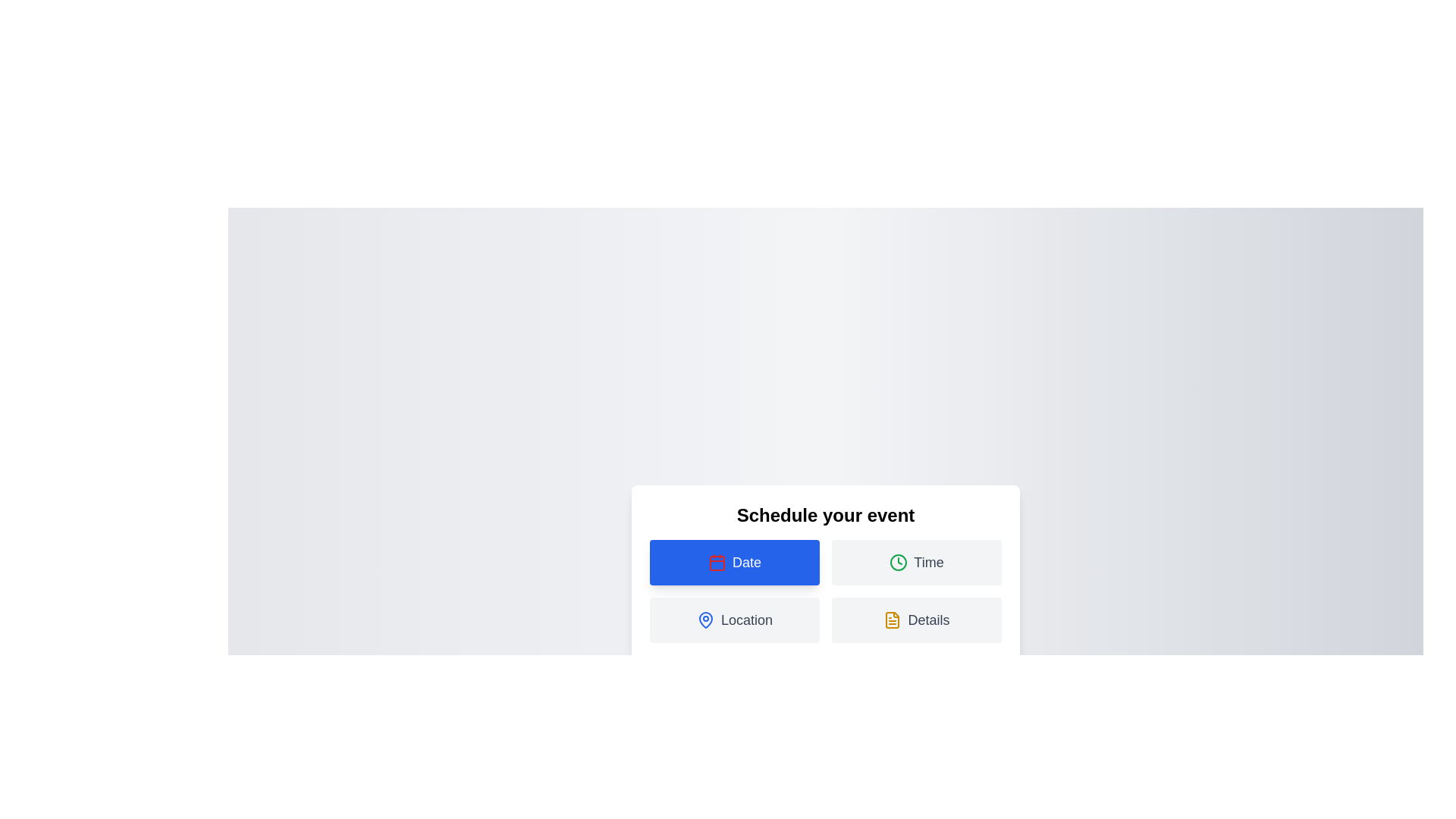  Describe the element at coordinates (927, 620) in the screenshot. I see `the text label associated with the 'Details' section, positioned in the right column of the second row in the grid layout` at that location.